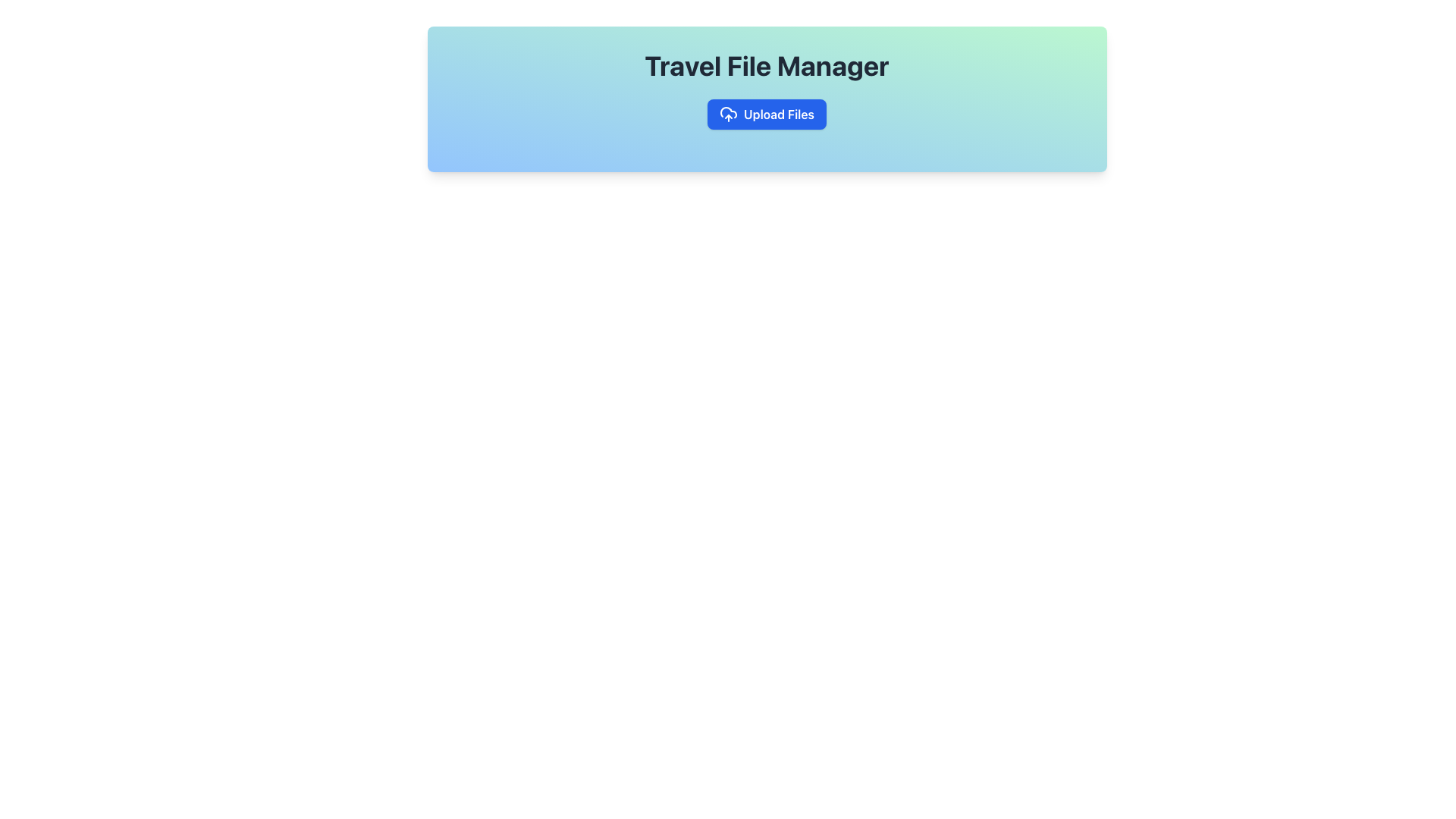 This screenshot has width=1456, height=819. I want to click on the blue 'Upload Files' button with a white cloud upload icon located beneath the 'Travel File Manager' heading, so click(767, 113).